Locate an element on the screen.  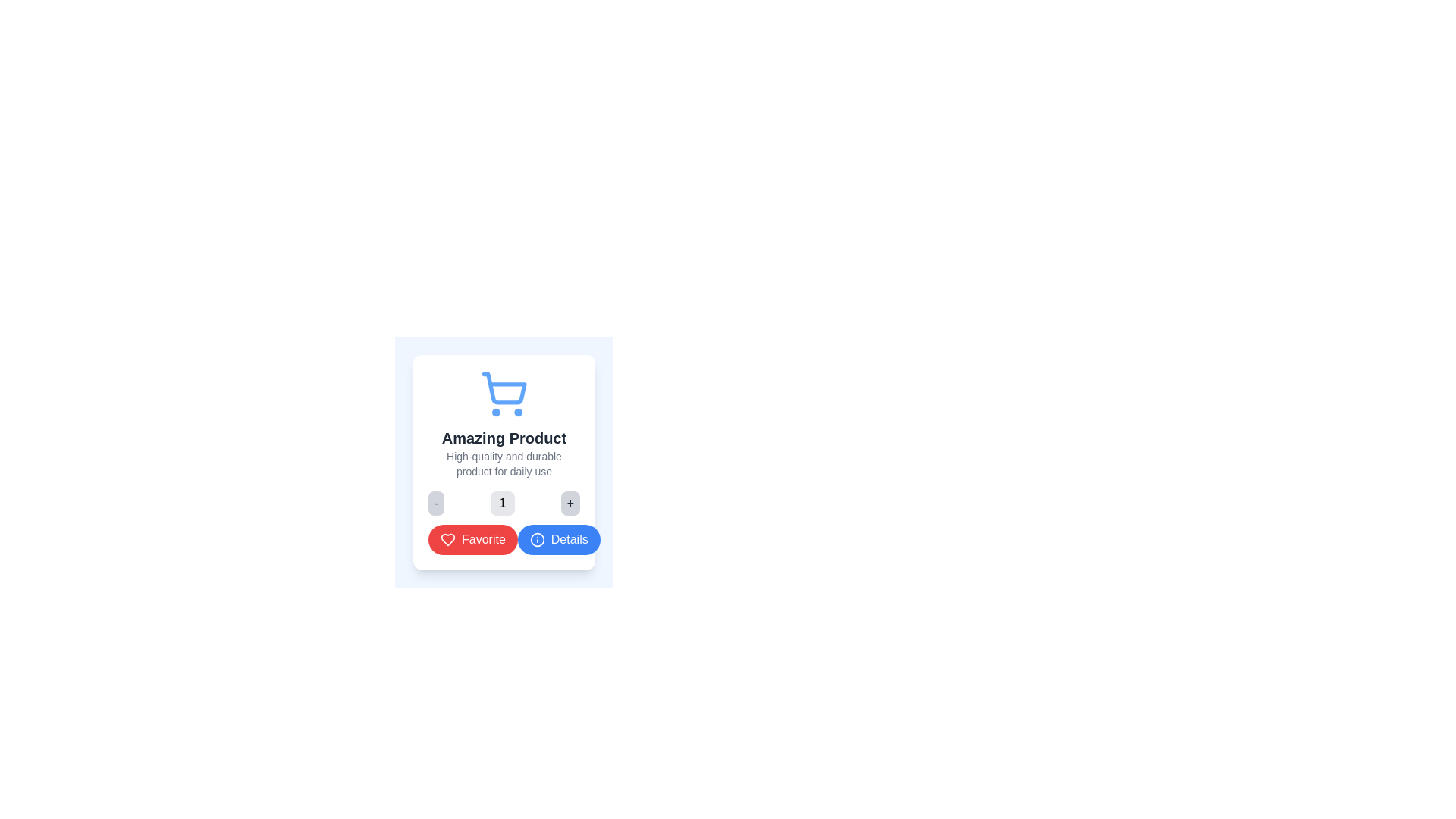
the product title text label located centrally below the shopping cart icon to use it as context for interacting with other elements is located at coordinates (504, 438).